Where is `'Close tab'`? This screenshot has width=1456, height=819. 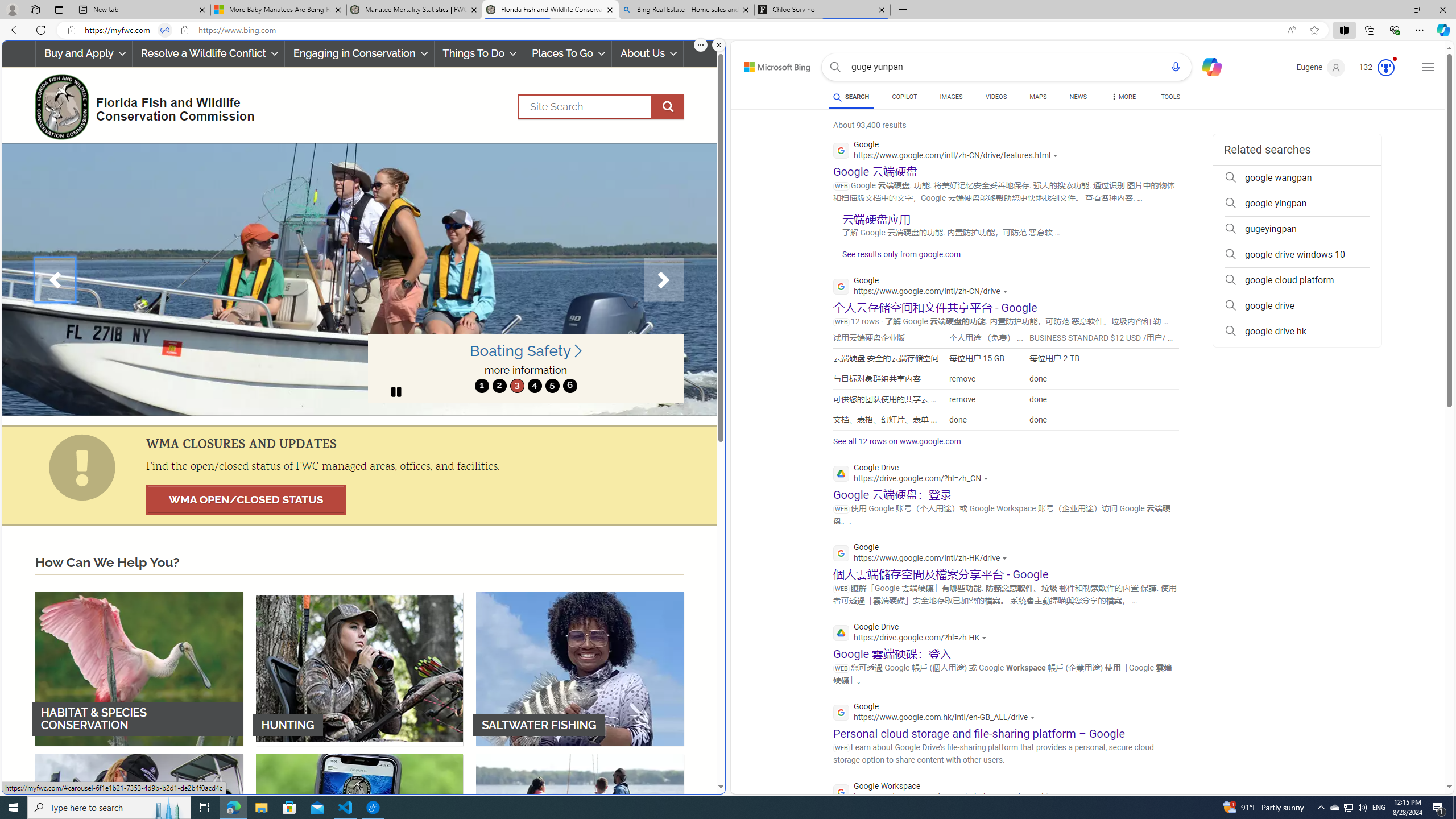
'Close tab' is located at coordinates (881, 9).